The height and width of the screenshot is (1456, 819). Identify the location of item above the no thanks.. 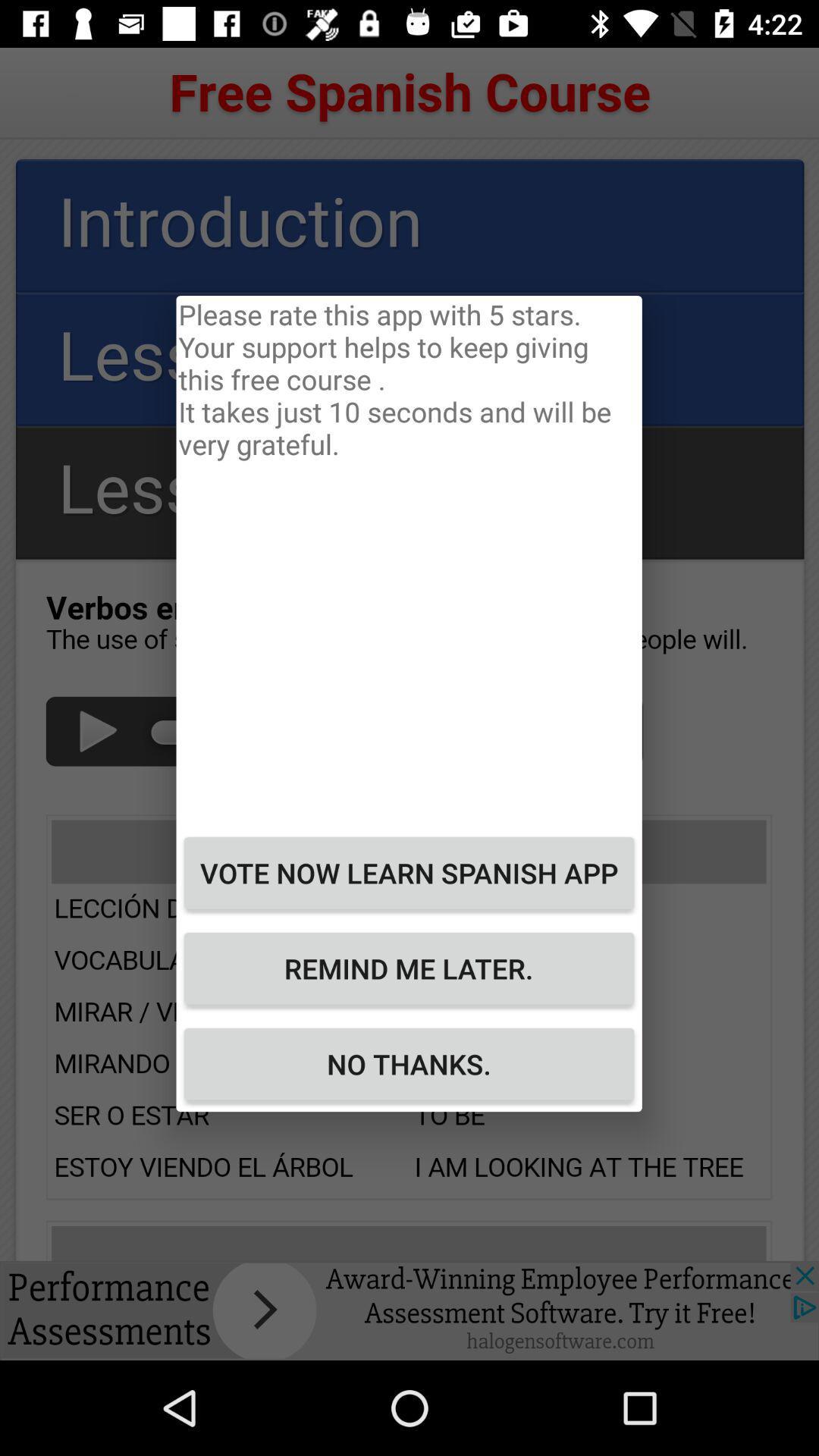
(408, 968).